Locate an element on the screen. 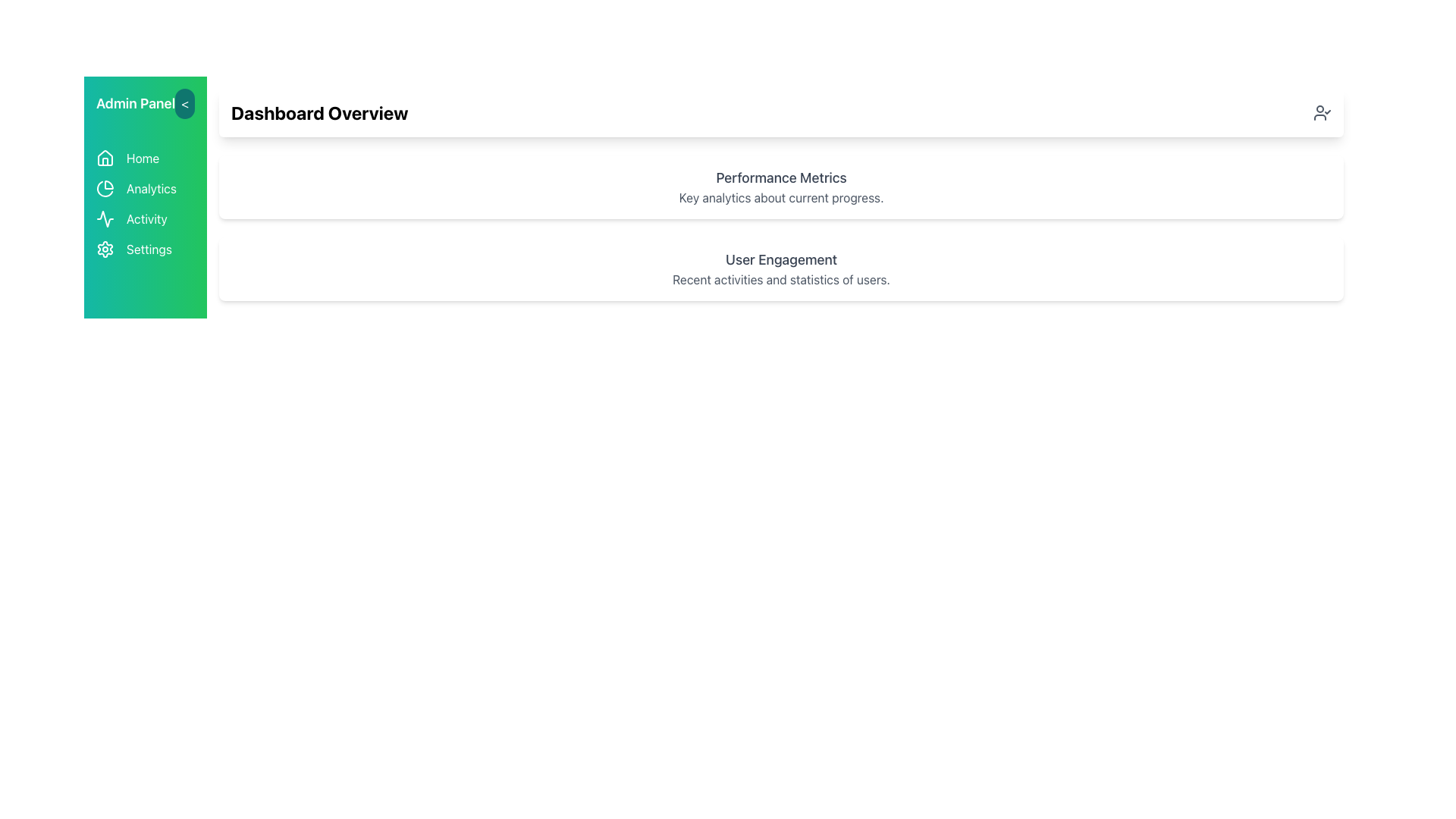 The image size is (1456, 819). the third navigation option in the sidebar, which is located between 'Analytics' and 'Settings' is located at coordinates (146, 203).